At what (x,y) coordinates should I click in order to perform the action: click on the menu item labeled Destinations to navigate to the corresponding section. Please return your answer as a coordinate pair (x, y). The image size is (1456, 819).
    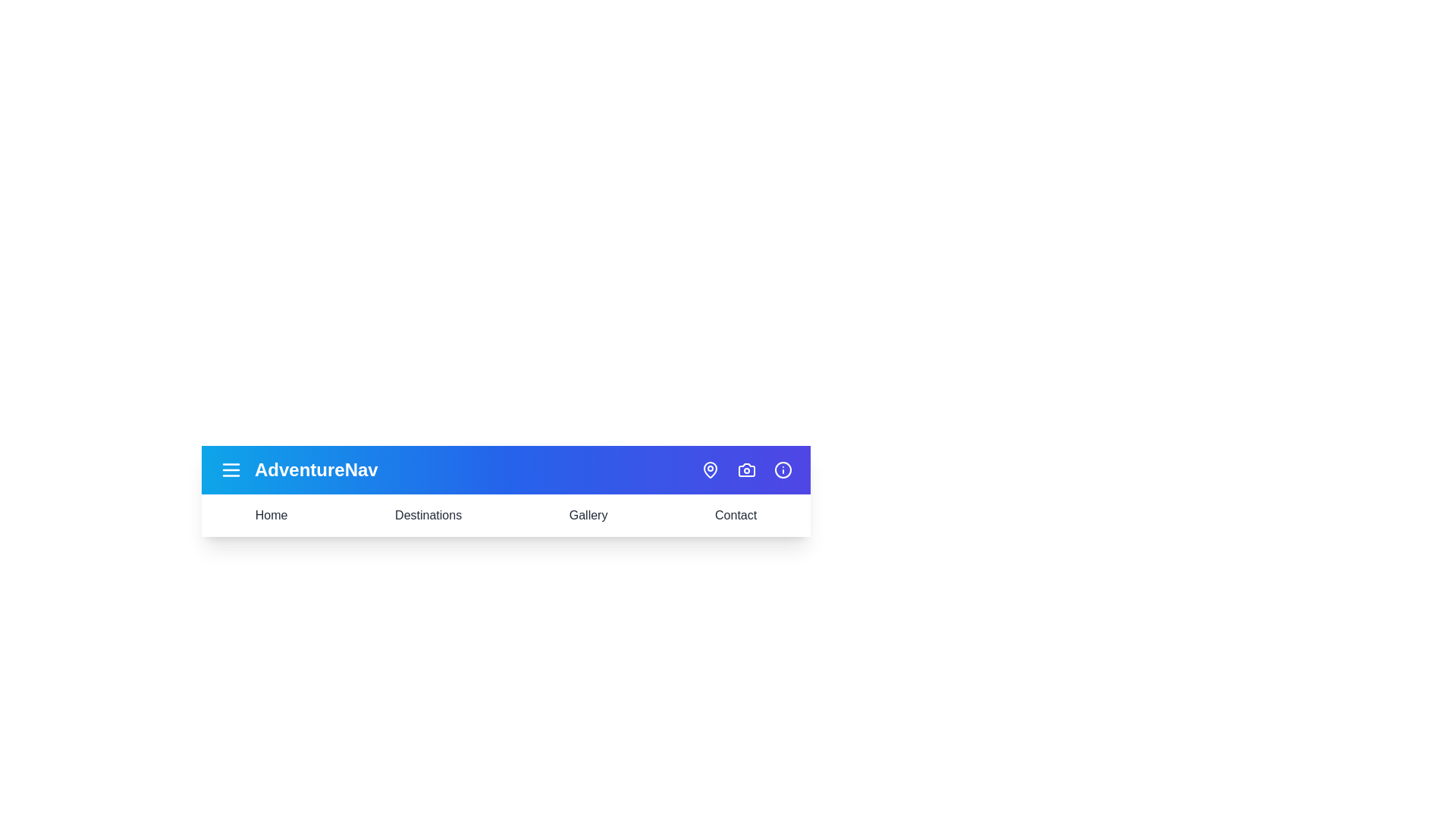
    Looking at the image, I should click on (428, 514).